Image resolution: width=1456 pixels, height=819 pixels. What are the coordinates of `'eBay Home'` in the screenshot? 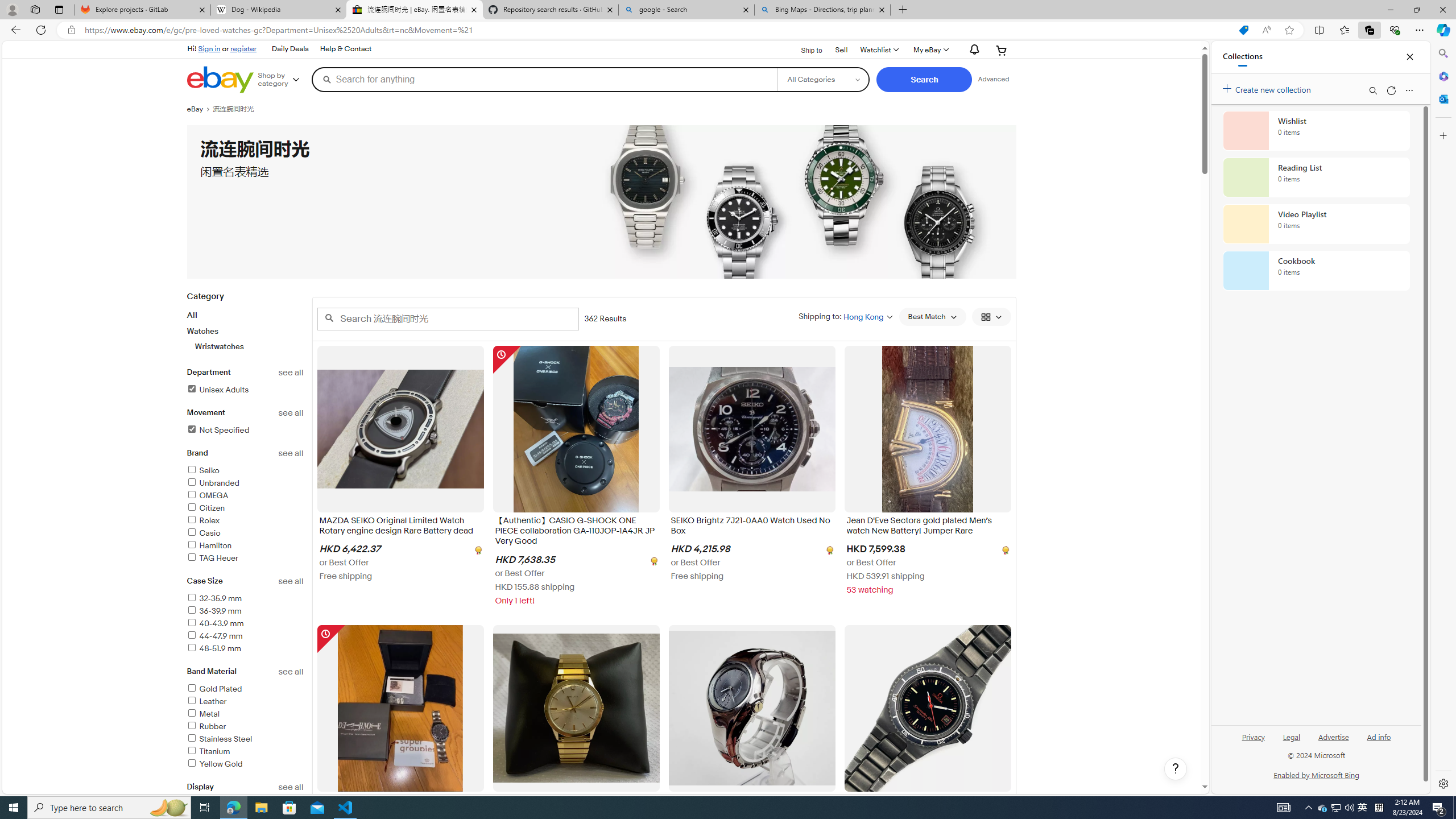 It's located at (220, 79).